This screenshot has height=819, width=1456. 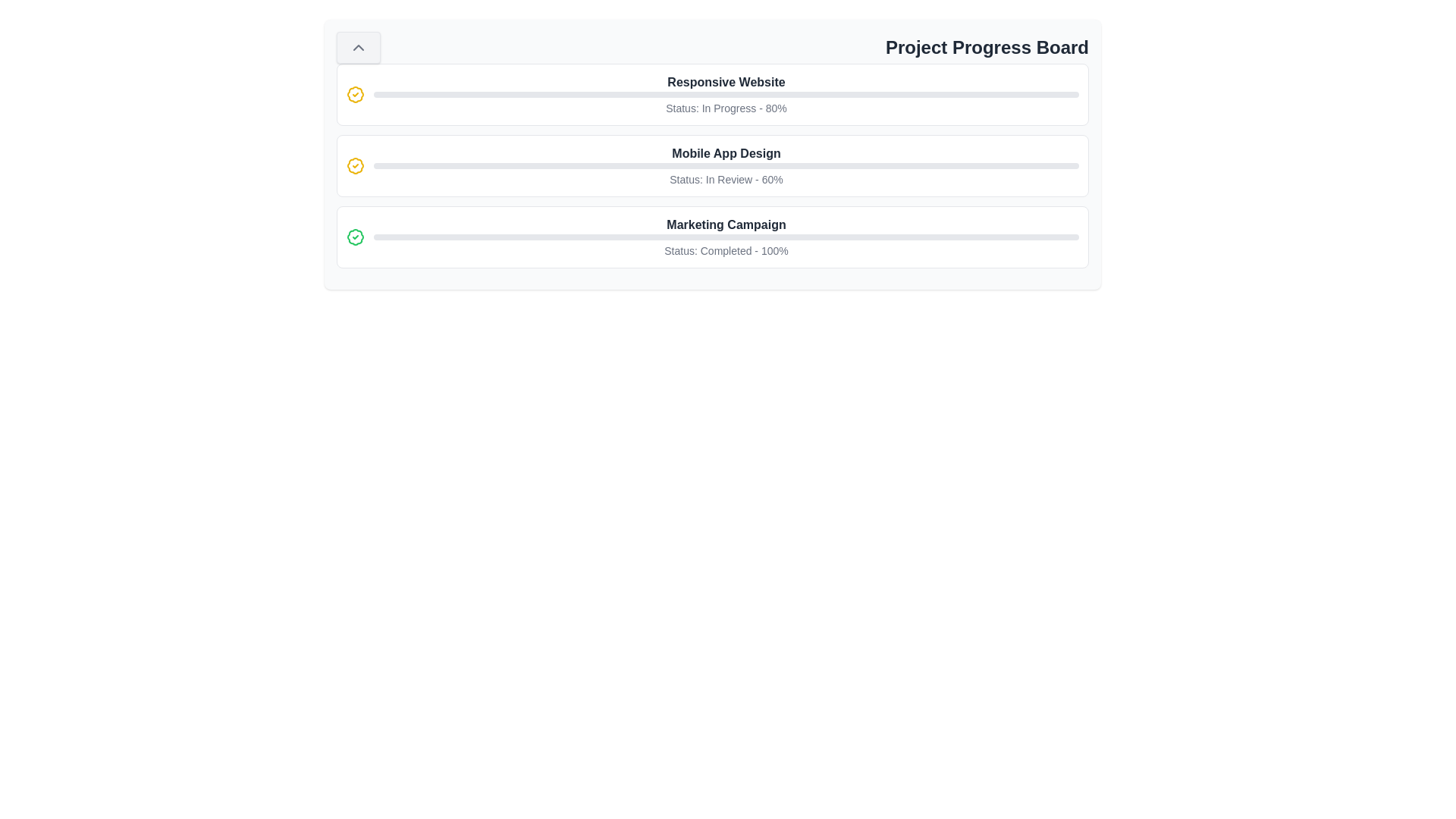 I want to click on the static text element displaying 'Status: Completed - 100%' which is styled in gray and located under the progress bar of 'Marketing Campaign', so click(x=726, y=250).